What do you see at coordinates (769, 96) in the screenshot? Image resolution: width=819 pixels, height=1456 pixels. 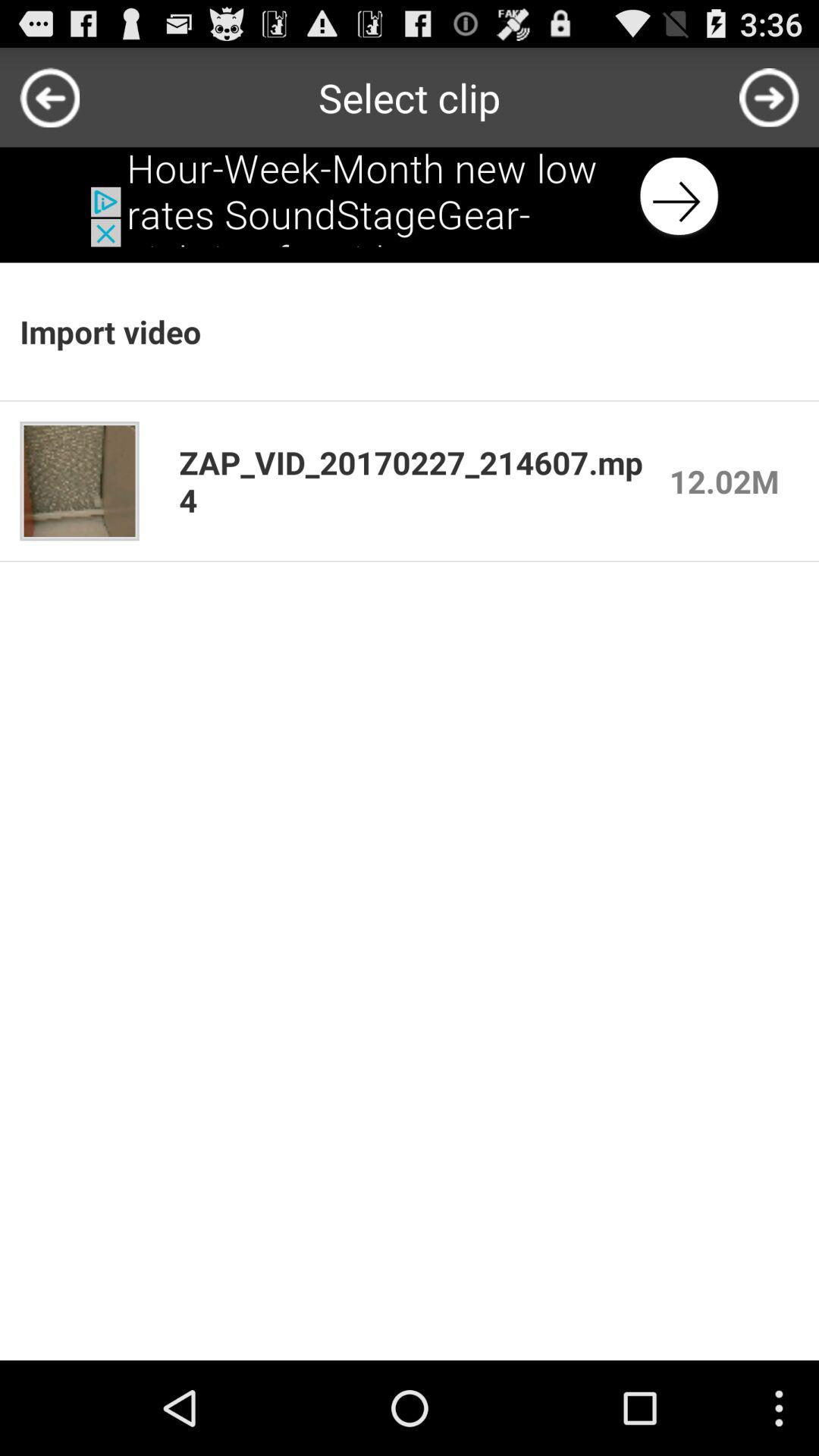 I see `the next page` at bounding box center [769, 96].